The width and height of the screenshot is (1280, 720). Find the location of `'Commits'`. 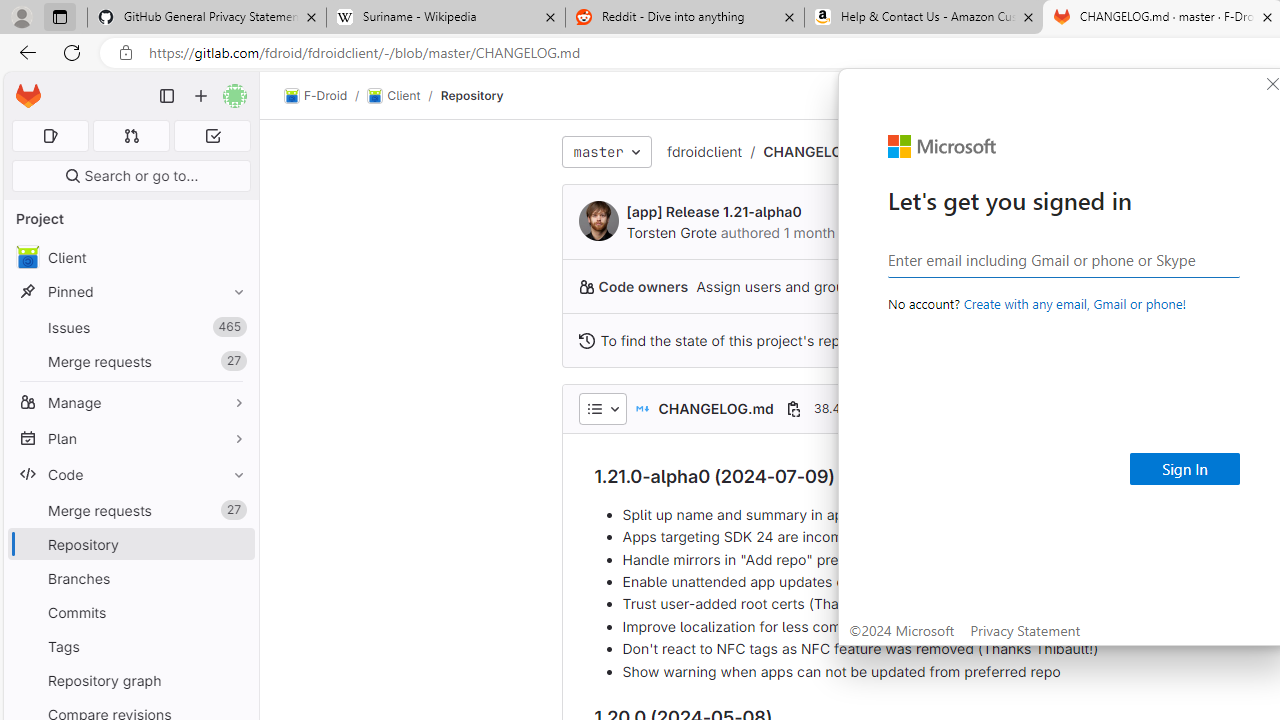

'Commits' is located at coordinates (130, 611).